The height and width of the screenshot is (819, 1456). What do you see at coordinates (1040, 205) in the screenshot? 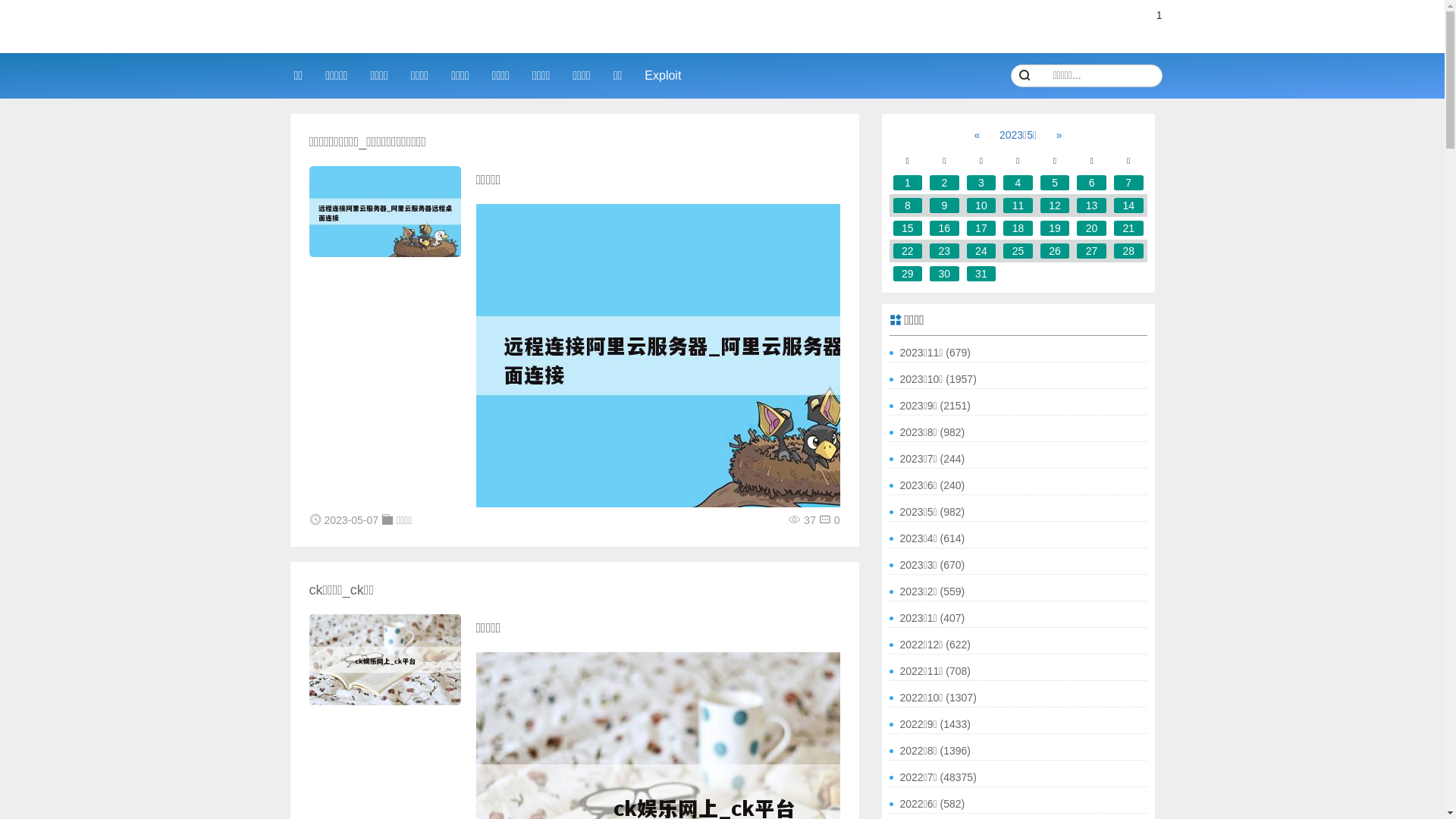
I see `'12'` at bounding box center [1040, 205].